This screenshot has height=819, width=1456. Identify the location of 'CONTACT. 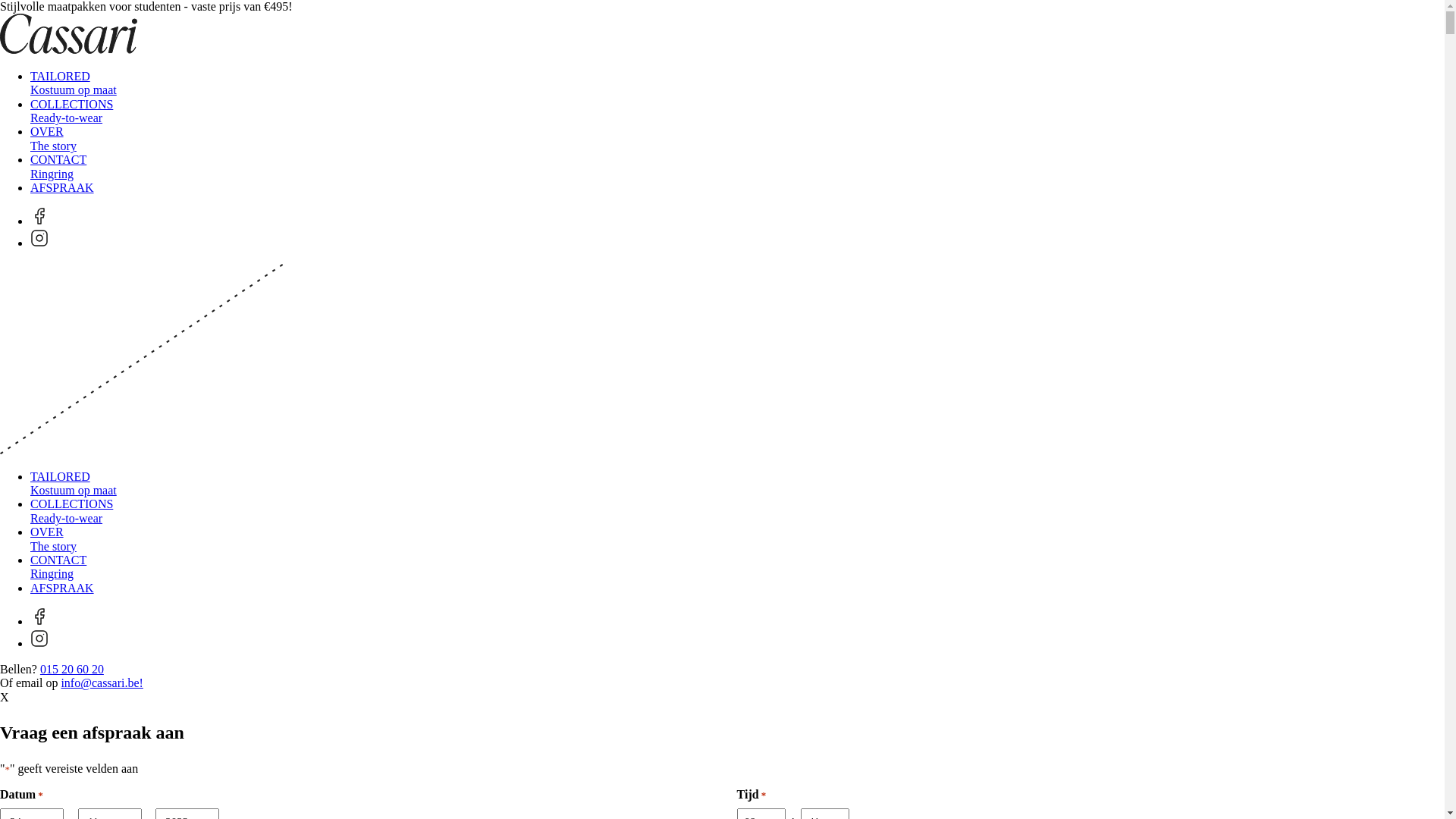
(58, 166).